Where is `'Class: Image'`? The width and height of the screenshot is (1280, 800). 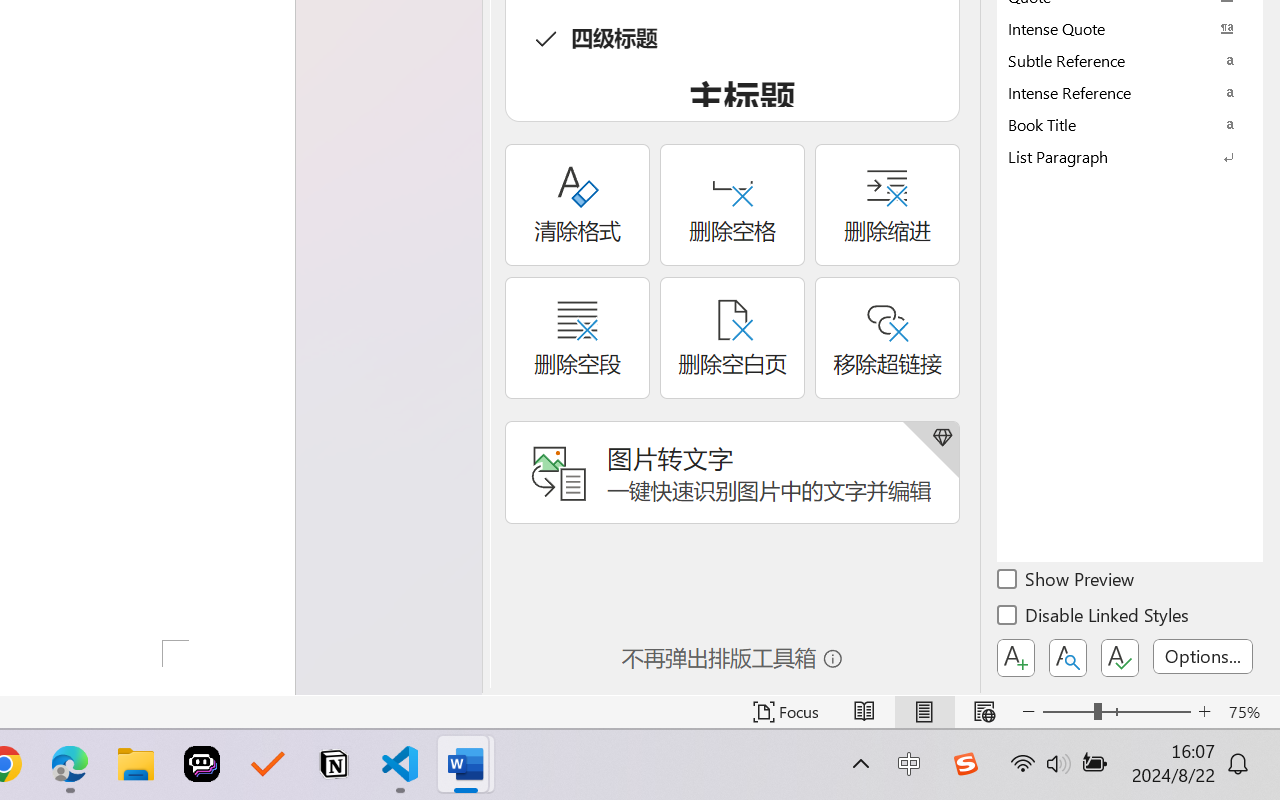 'Class: Image' is located at coordinates (965, 764).